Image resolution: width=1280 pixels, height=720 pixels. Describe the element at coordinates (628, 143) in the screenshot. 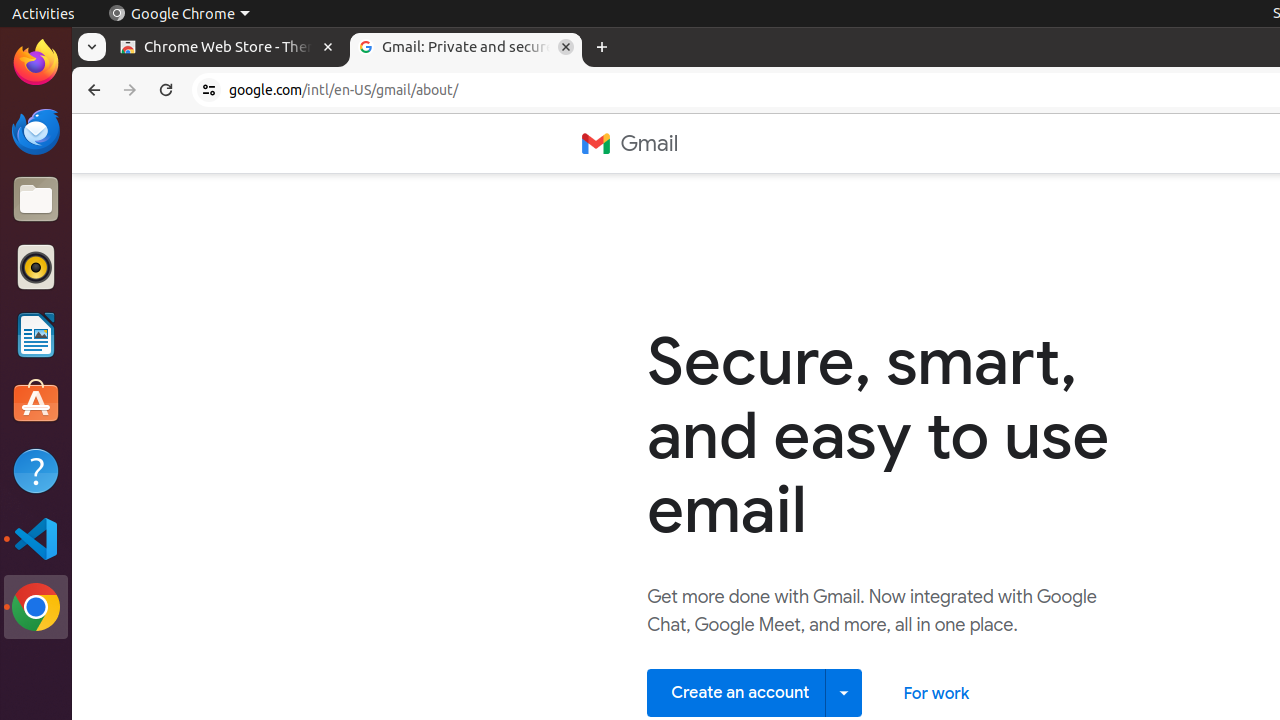

I see `'Gmail'` at that location.